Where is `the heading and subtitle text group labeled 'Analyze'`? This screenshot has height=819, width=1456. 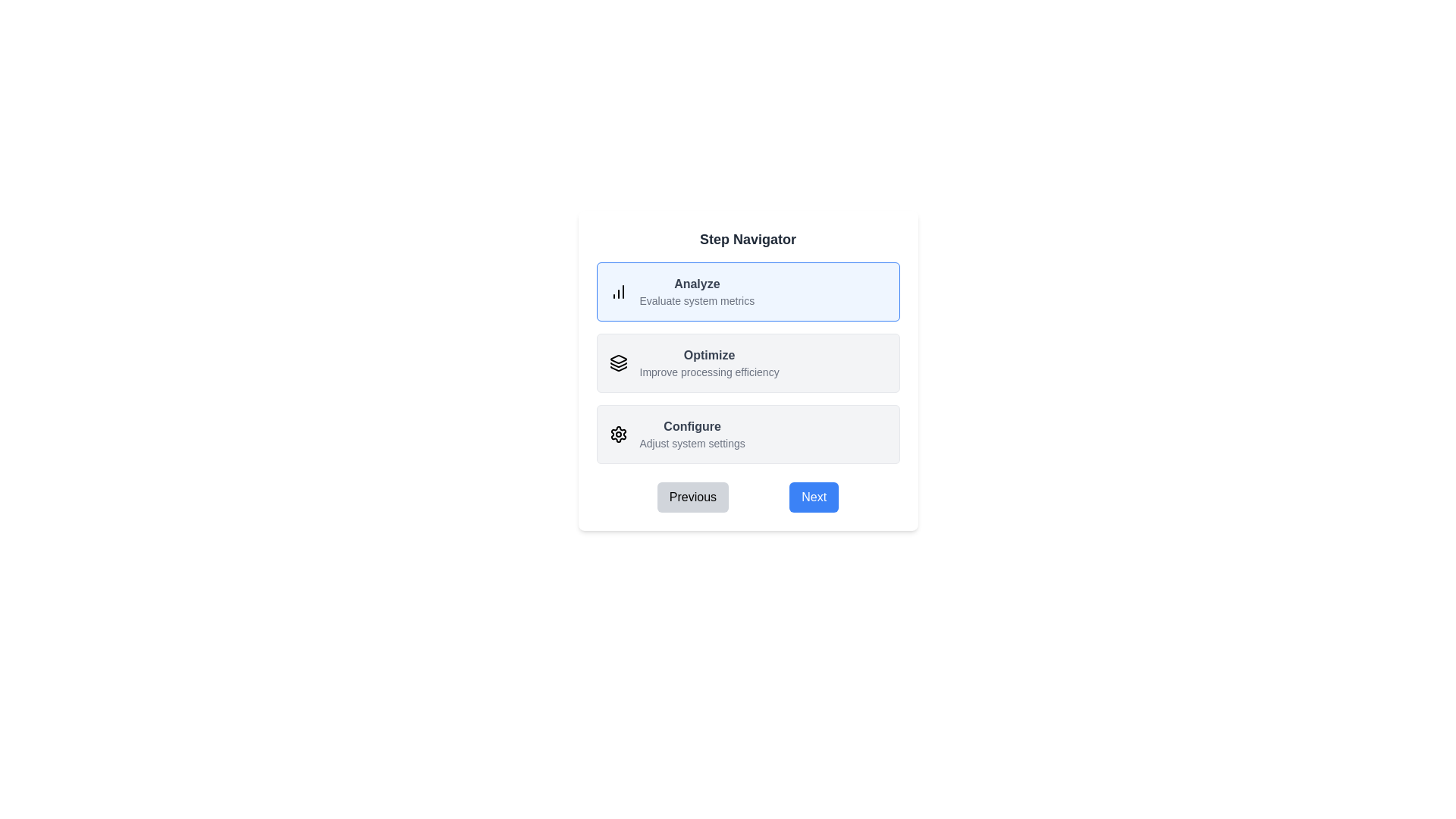 the heading and subtitle text group labeled 'Analyze' is located at coordinates (696, 292).